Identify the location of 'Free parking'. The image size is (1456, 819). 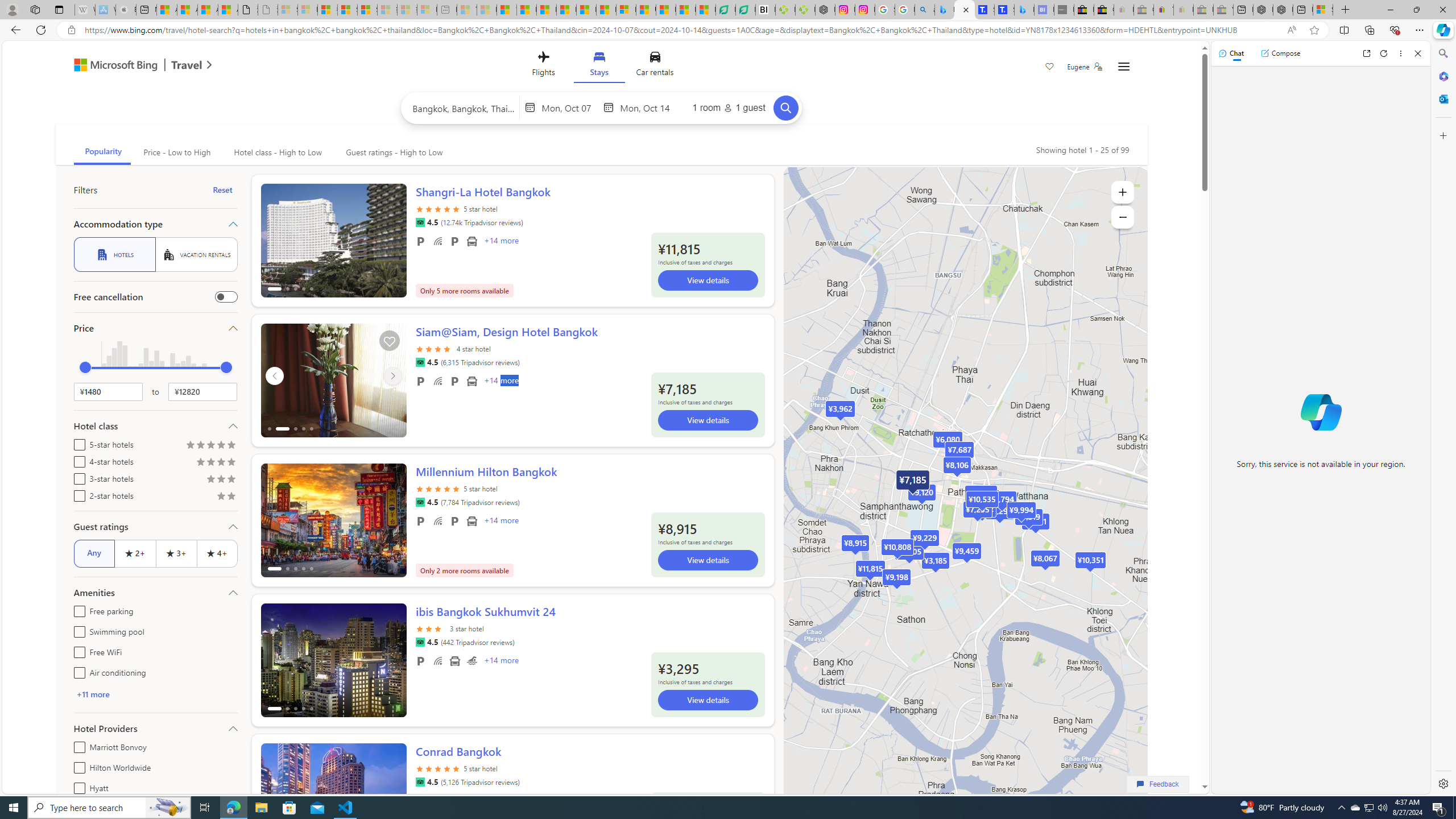
(76, 610).